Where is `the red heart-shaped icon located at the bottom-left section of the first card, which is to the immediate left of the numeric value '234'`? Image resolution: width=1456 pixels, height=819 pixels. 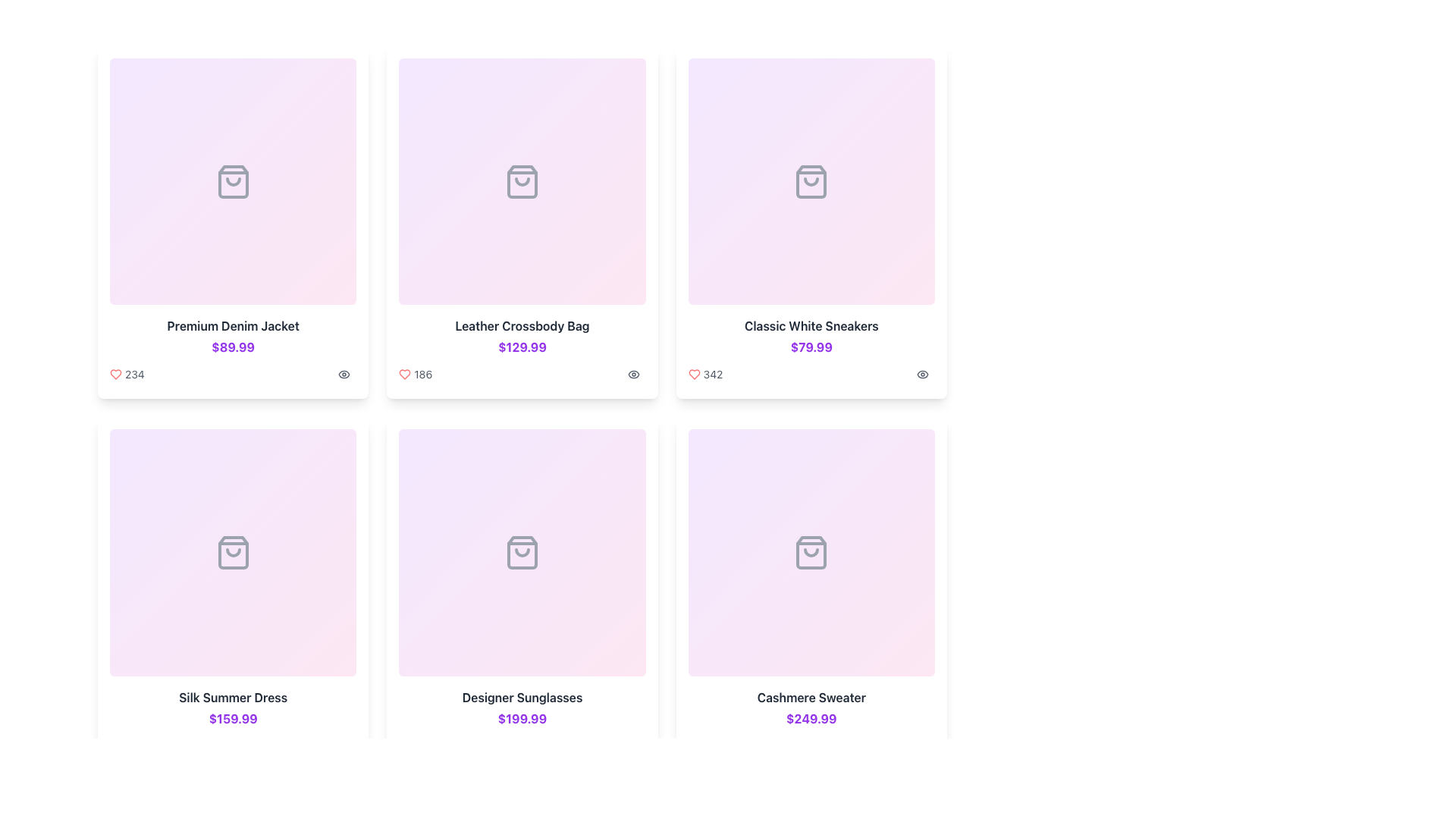 the red heart-shaped icon located at the bottom-left section of the first card, which is to the immediate left of the numeric value '234' is located at coordinates (115, 374).